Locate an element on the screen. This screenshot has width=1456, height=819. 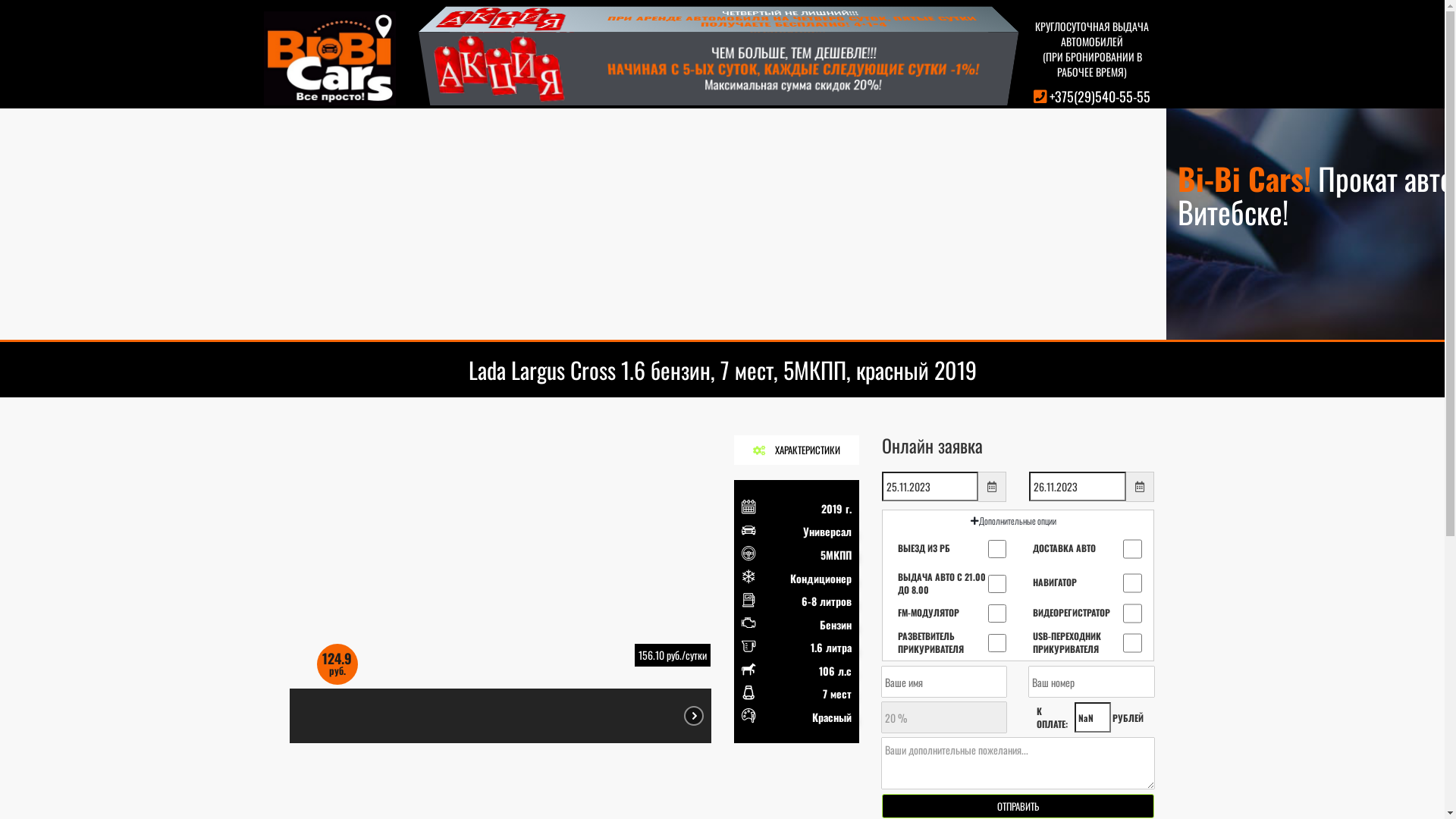
'+375(29)540-55-55' is located at coordinates (1100, 96).